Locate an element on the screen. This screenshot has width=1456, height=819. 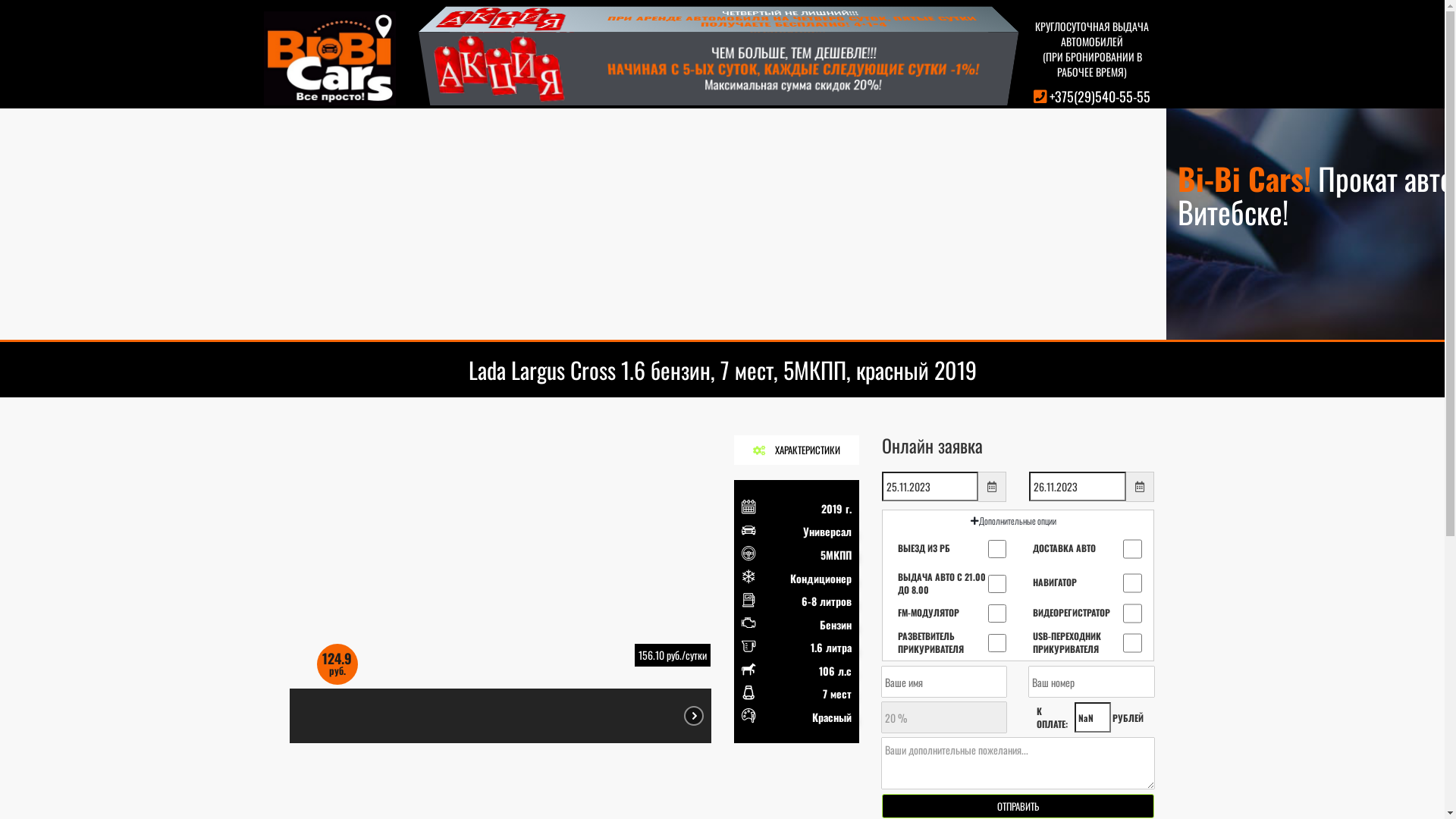
'+375(29)540-55-55' is located at coordinates (1100, 96).